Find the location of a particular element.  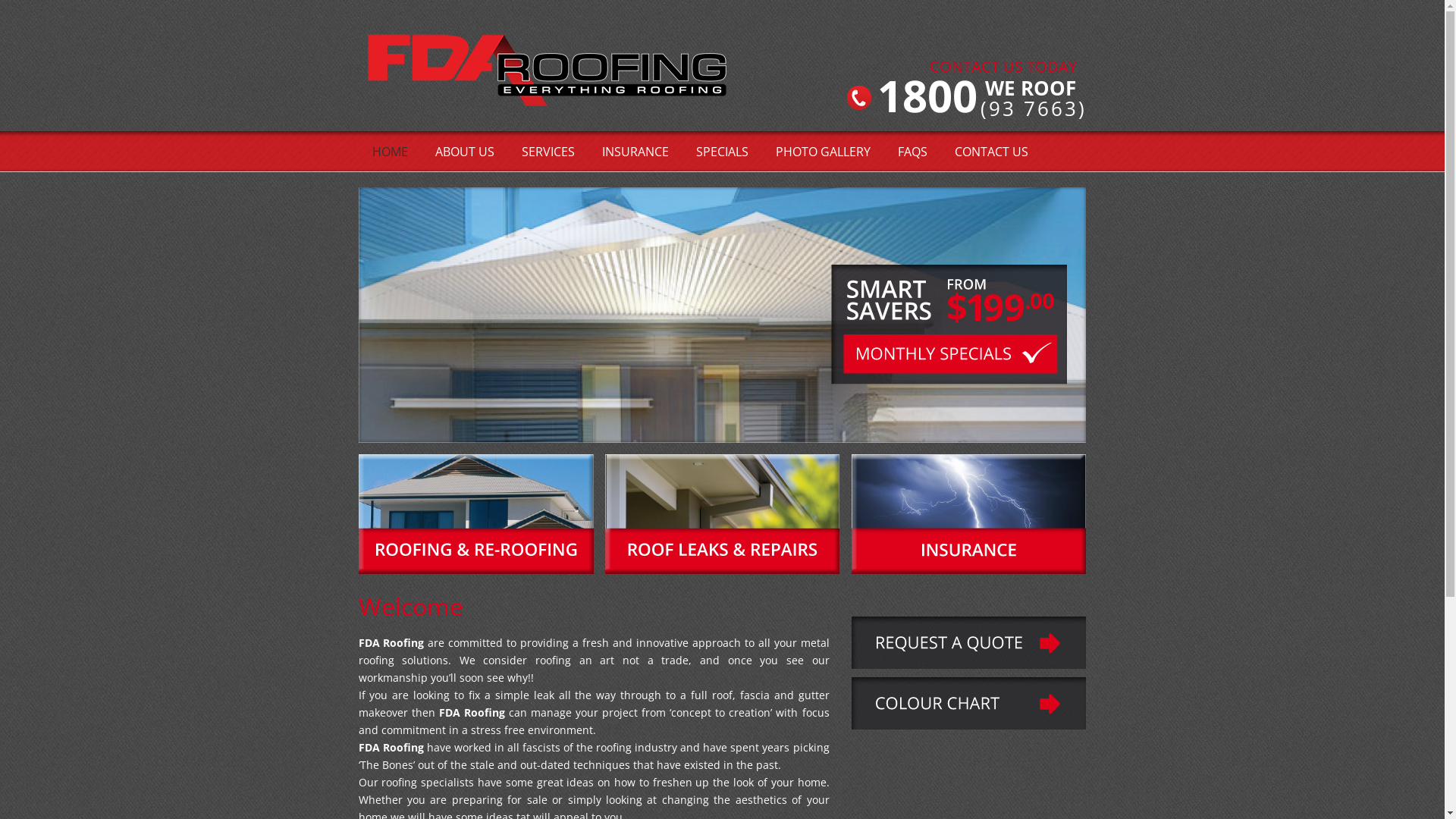

'ABOUT US' is located at coordinates (464, 152).